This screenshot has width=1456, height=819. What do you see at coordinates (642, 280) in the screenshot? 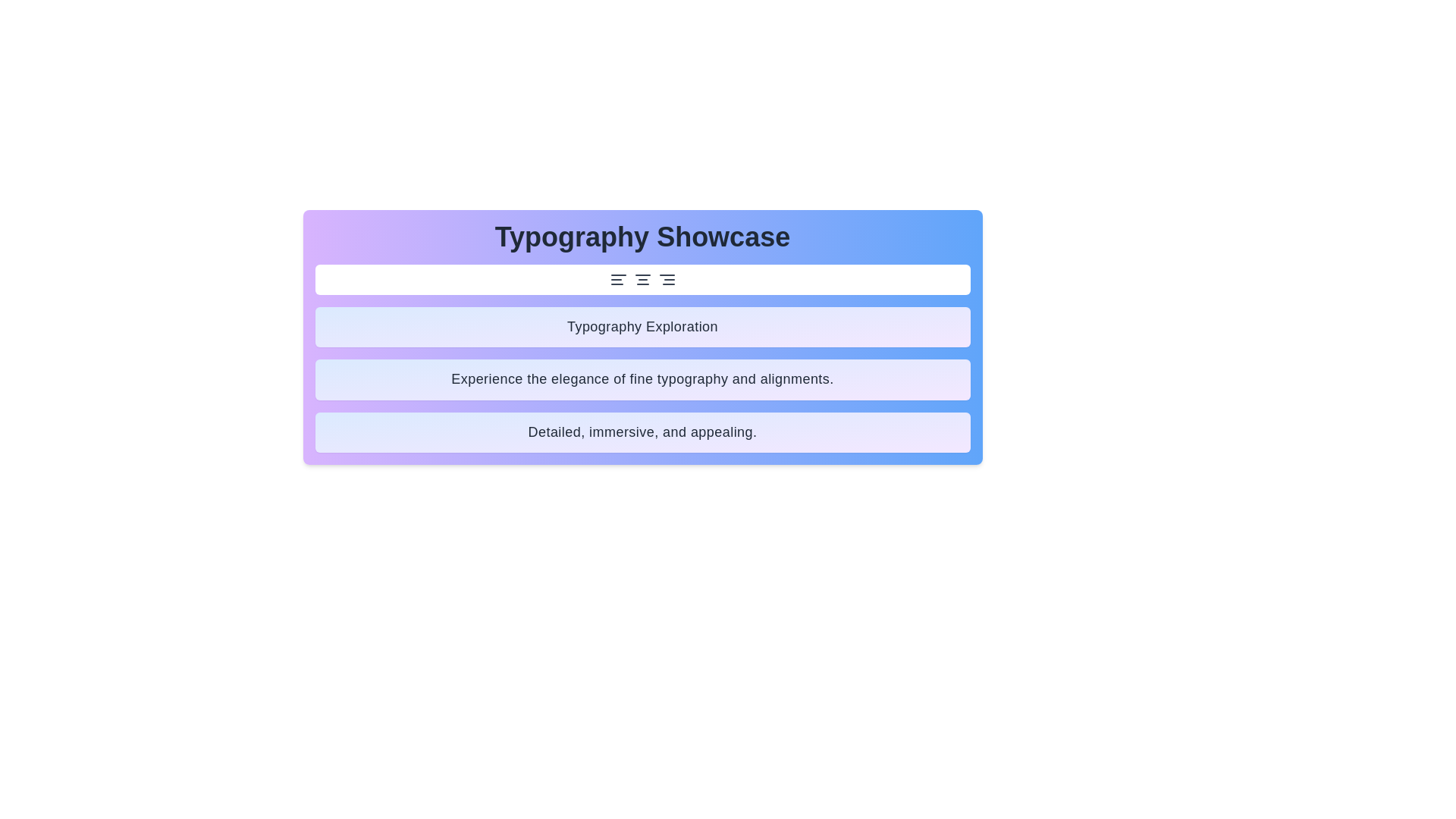
I see `the centered alignment button located in the middle of three alignment icons` at bounding box center [642, 280].